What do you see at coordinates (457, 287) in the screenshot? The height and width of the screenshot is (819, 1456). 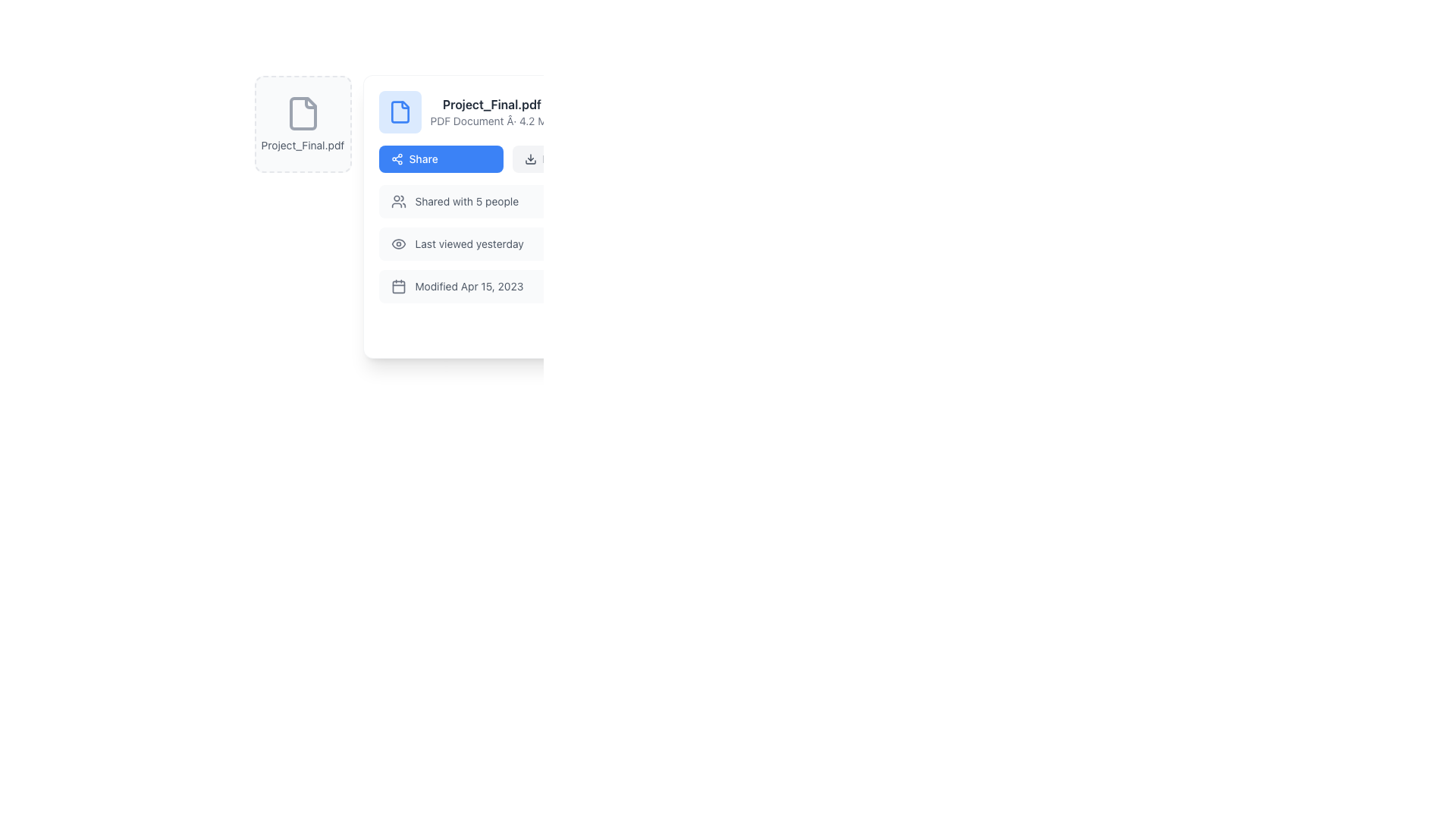 I see `last modification date text label located at the bottom-right portion of the card-like component, which displays when the file was last updated, with a calendar icon to the left` at bounding box center [457, 287].